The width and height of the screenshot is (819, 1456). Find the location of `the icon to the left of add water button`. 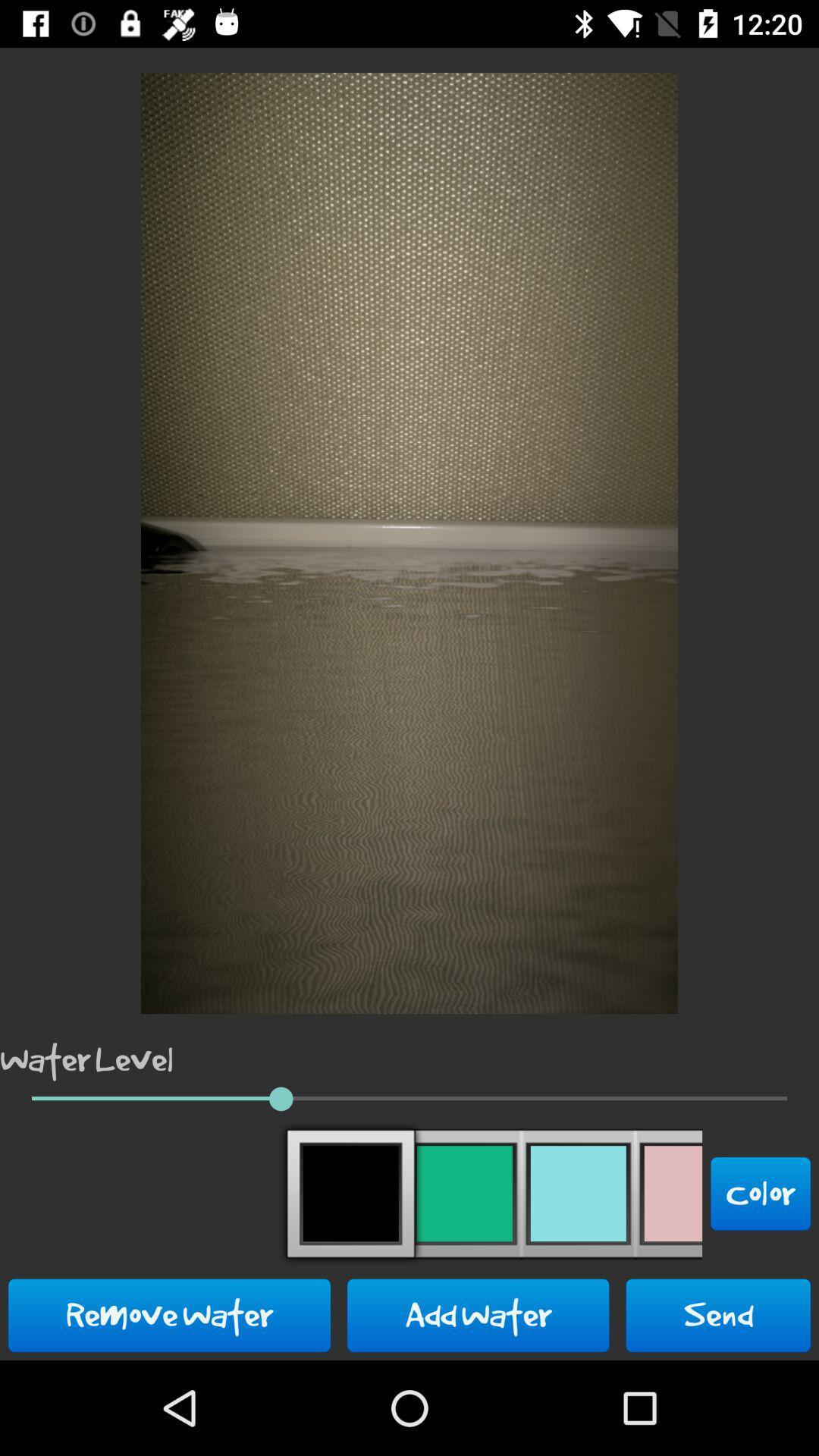

the icon to the left of add water button is located at coordinates (169, 1314).